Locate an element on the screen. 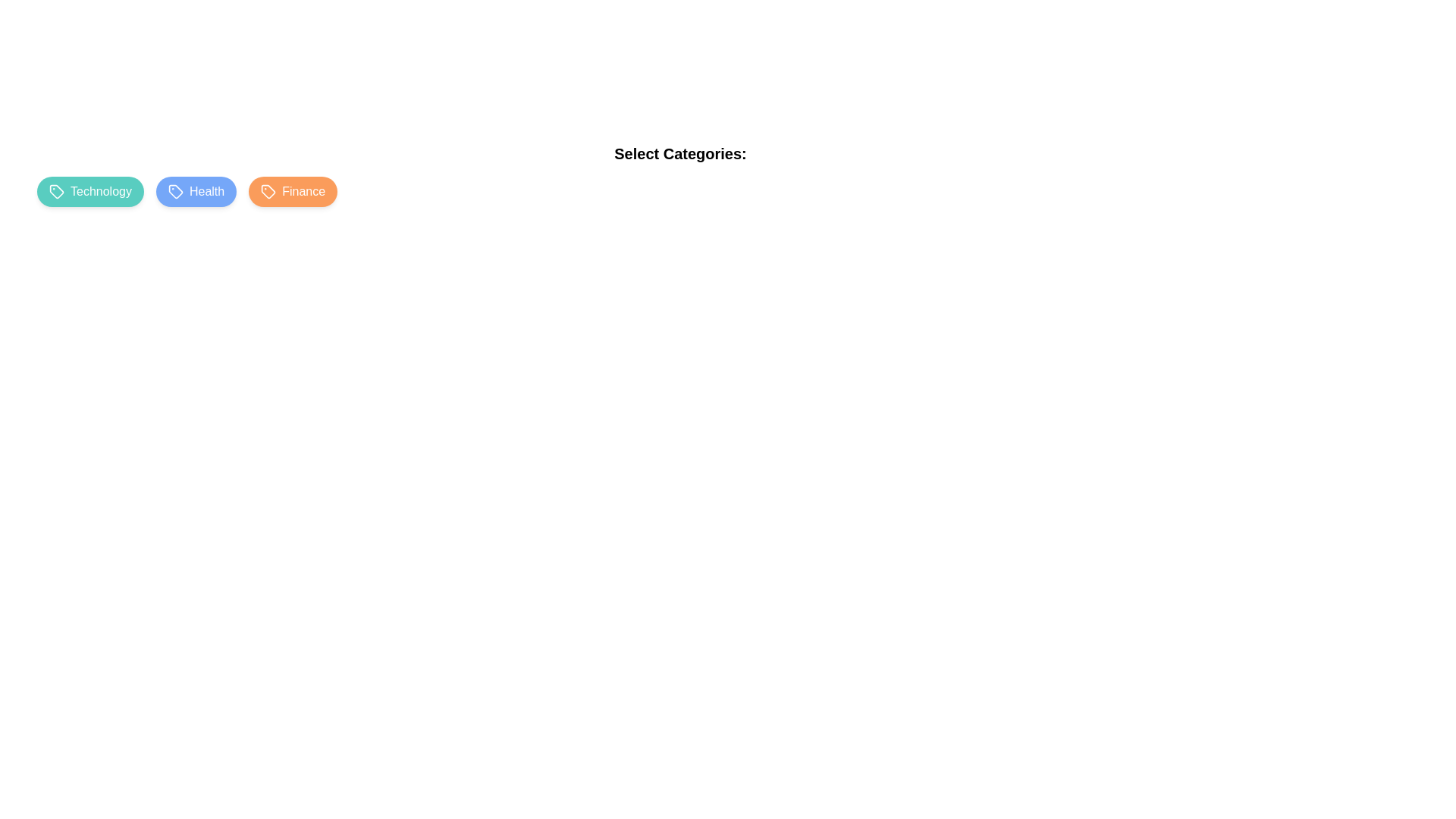  the category chip labeled Health is located at coordinates (196, 191).